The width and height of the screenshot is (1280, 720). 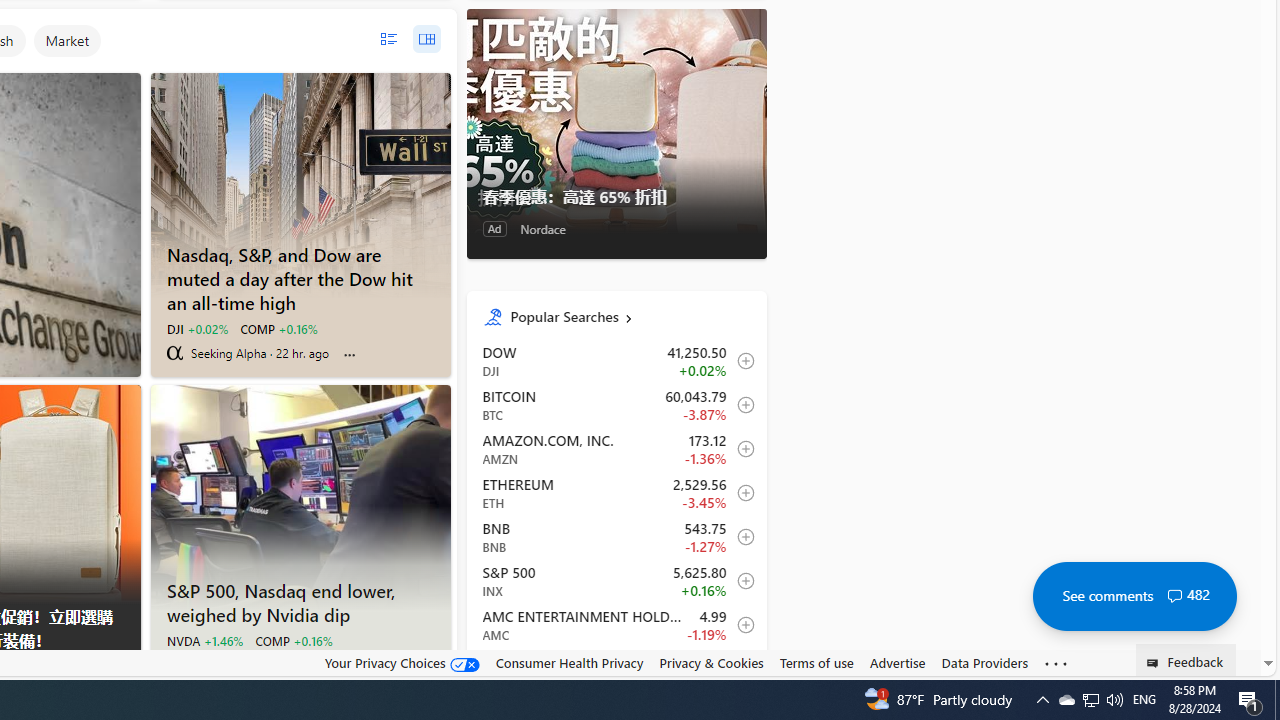 What do you see at coordinates (896, 663) in the screenshot?
I see `'Advertise'` at bounding box center [896, 663].